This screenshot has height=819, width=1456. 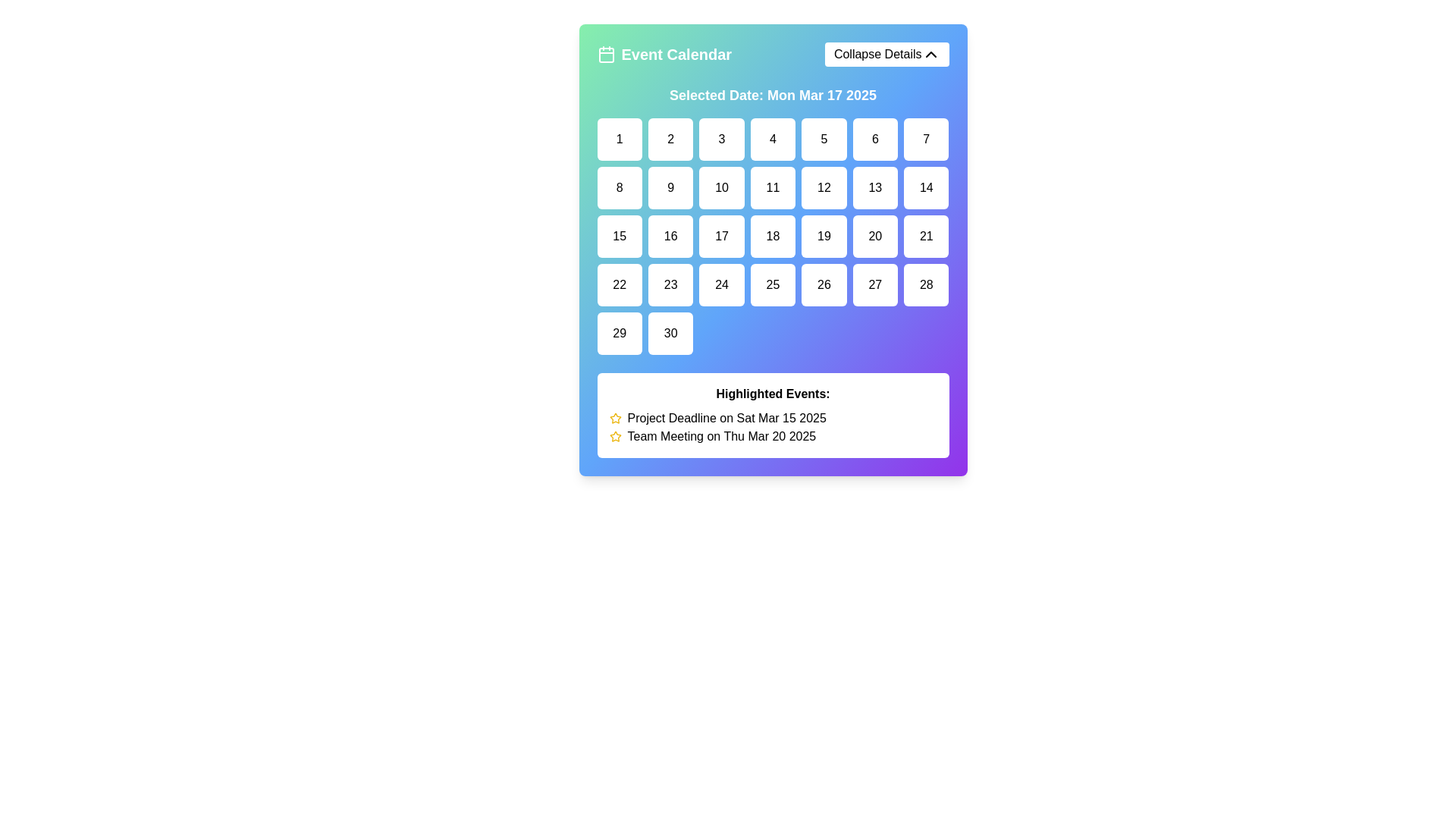 What do you see at coordinates (930, 54) in the screenshot?
I see `chevron-up icon located at the rightmost side of the 'Collapse Details' button in the top-right corner of the interface` at bounding box center [930, 54].